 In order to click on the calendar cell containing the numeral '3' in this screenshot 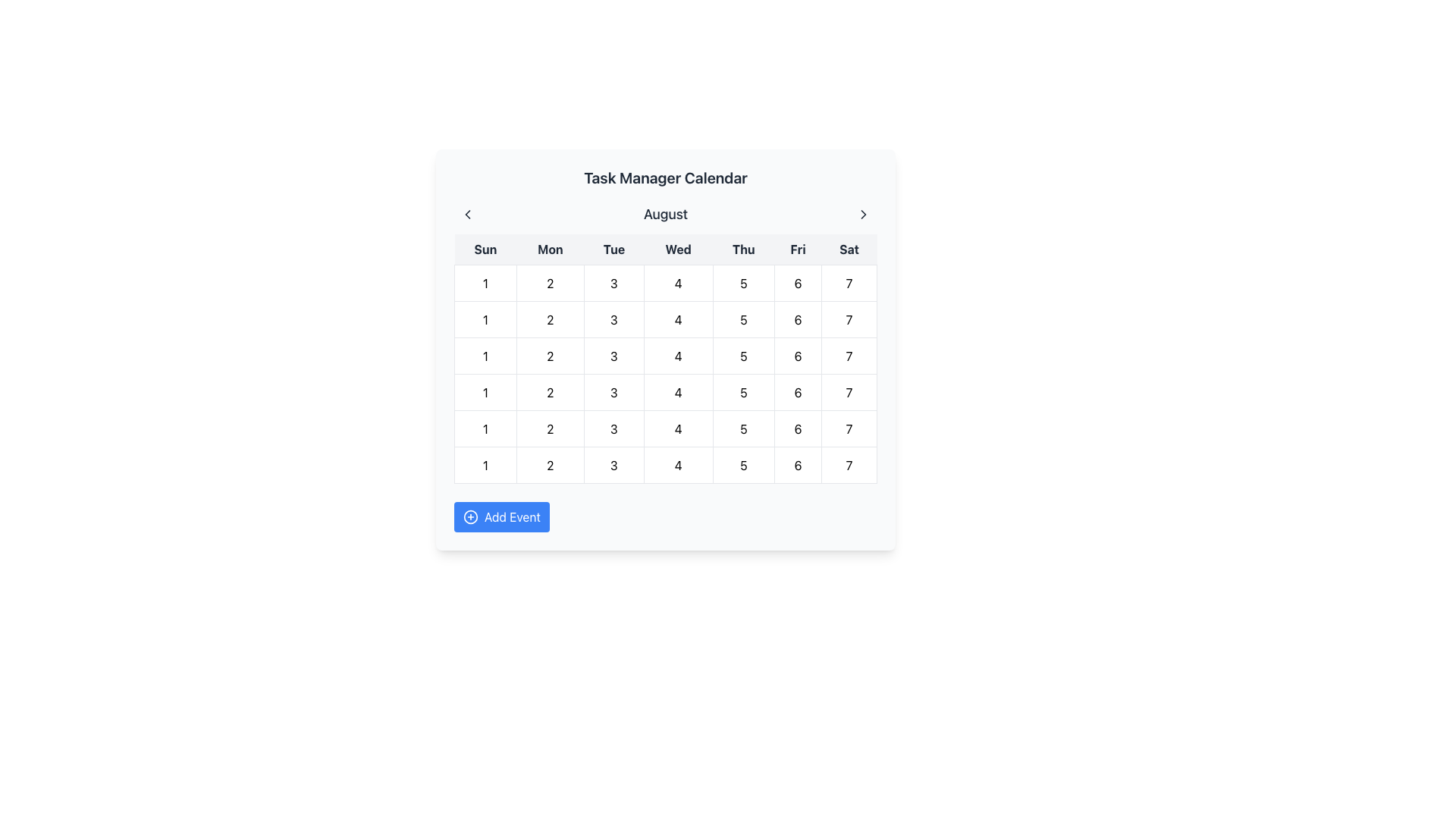, I will do `click(613, 391)`.